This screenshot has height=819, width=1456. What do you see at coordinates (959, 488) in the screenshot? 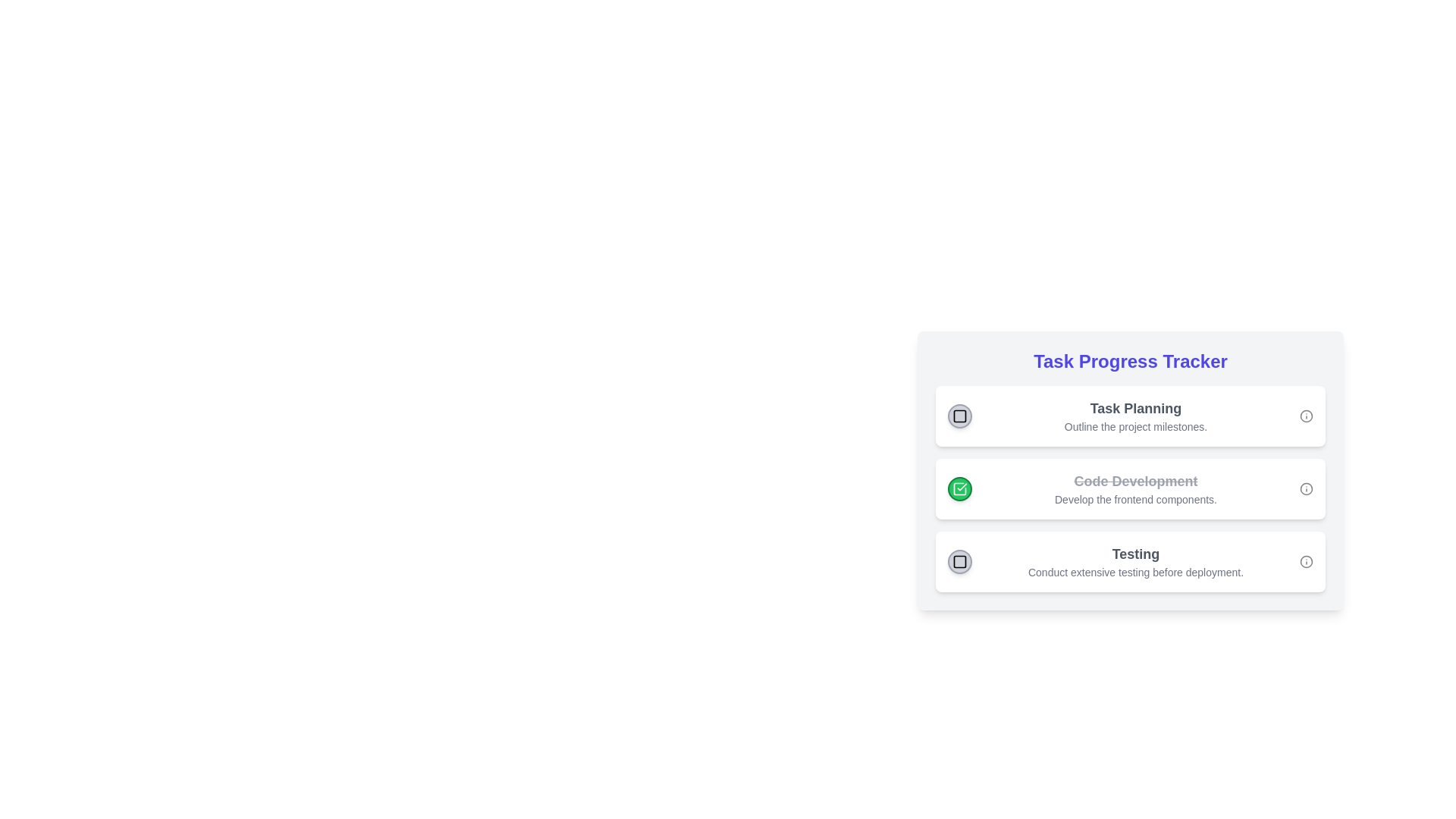
I see `the white check icon within the rounded green background, which indicates a completed task in the task management system, positioned to the left of the 'Code Development' task title` at bounding box center [959, 488].